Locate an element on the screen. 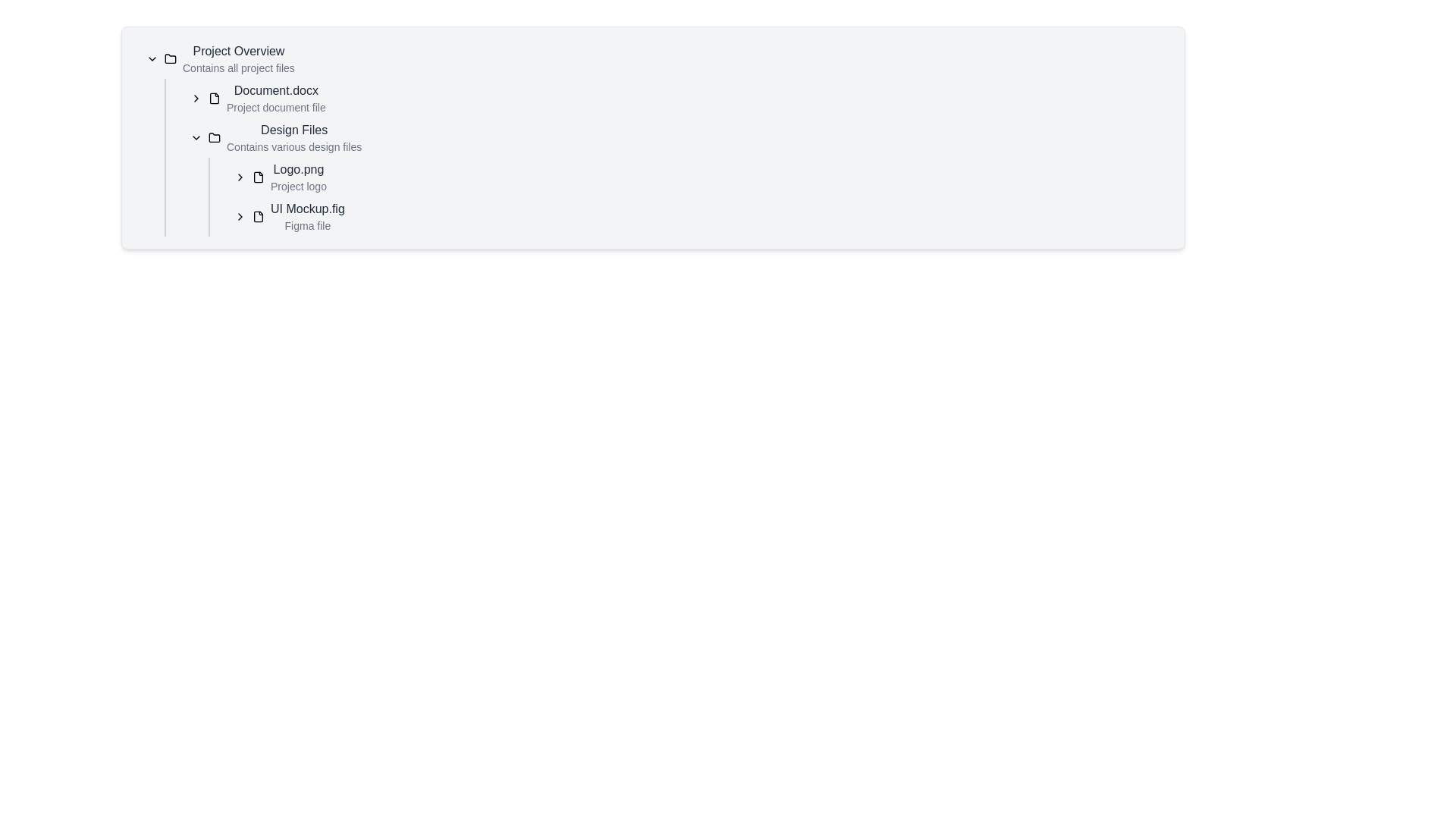 This screenshot has height=819, width=1456. the arrow icon located immediately to the left of the text 'Logo.png' is located at coordinates (239, 177).